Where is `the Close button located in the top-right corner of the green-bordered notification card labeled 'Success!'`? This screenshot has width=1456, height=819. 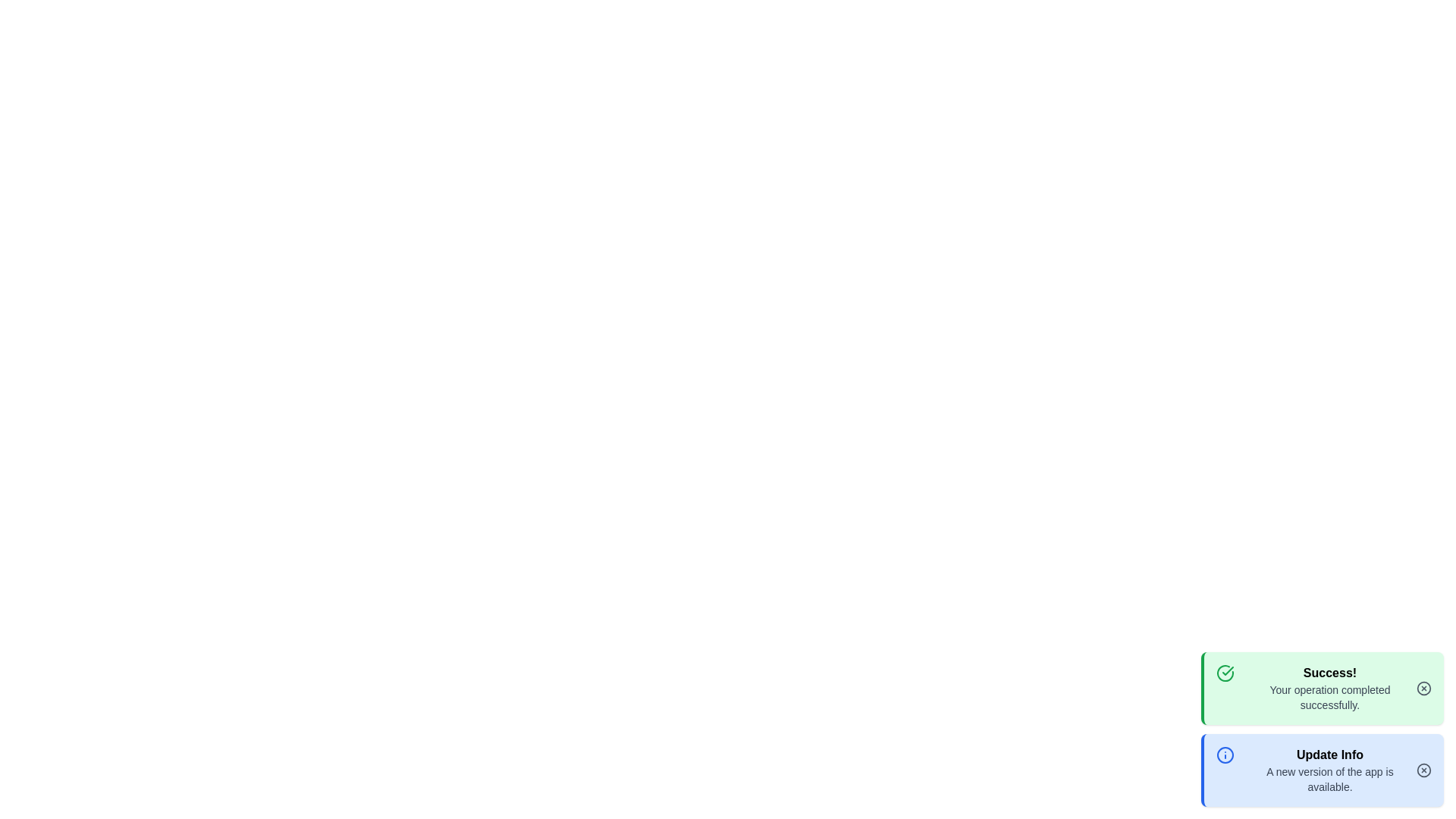 the Close button located in the top-right corner of the green-bordered notification card labeled 'Success!' is located at coordinates (1423, 688).